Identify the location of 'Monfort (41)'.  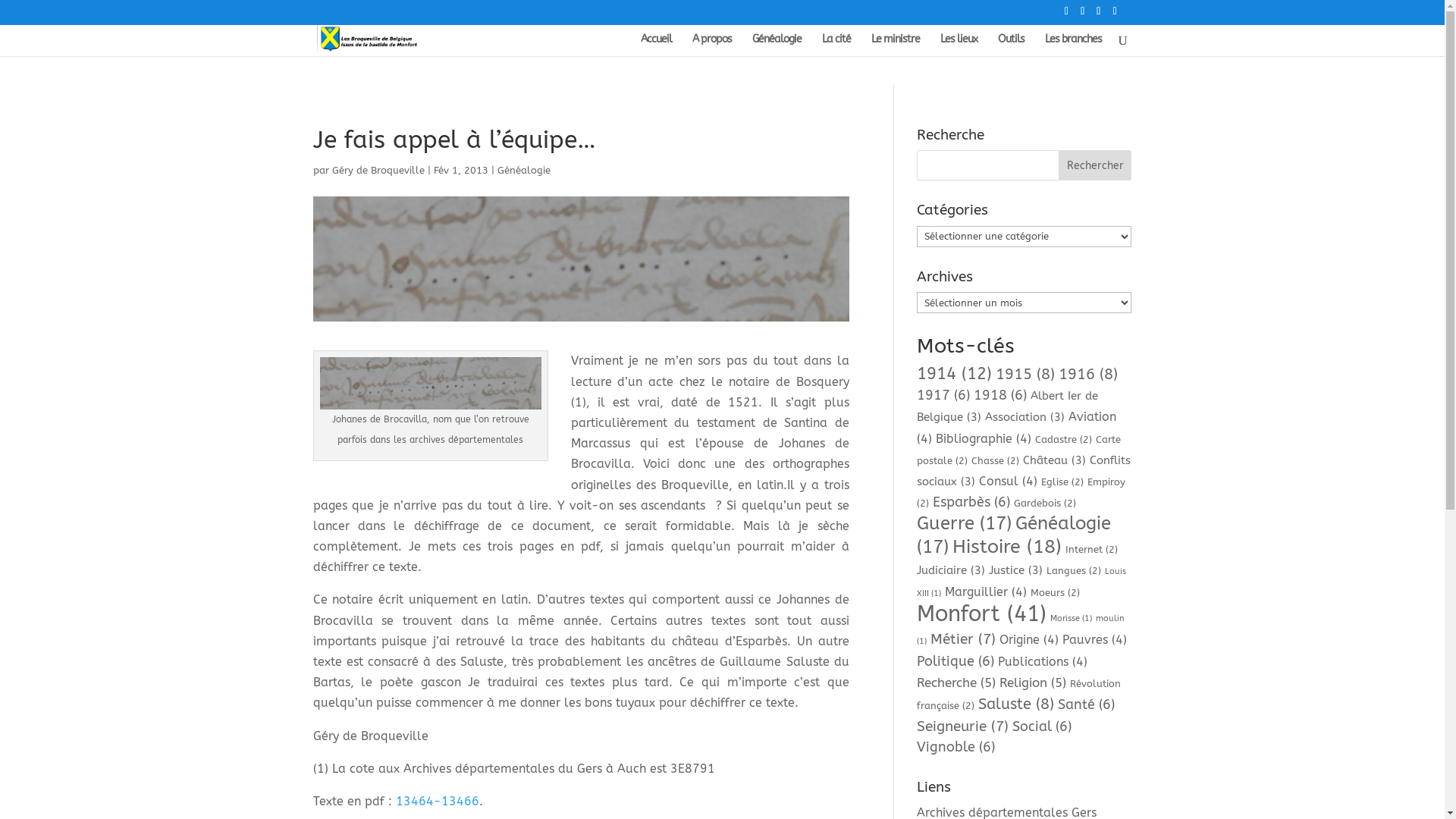
(981, 613).